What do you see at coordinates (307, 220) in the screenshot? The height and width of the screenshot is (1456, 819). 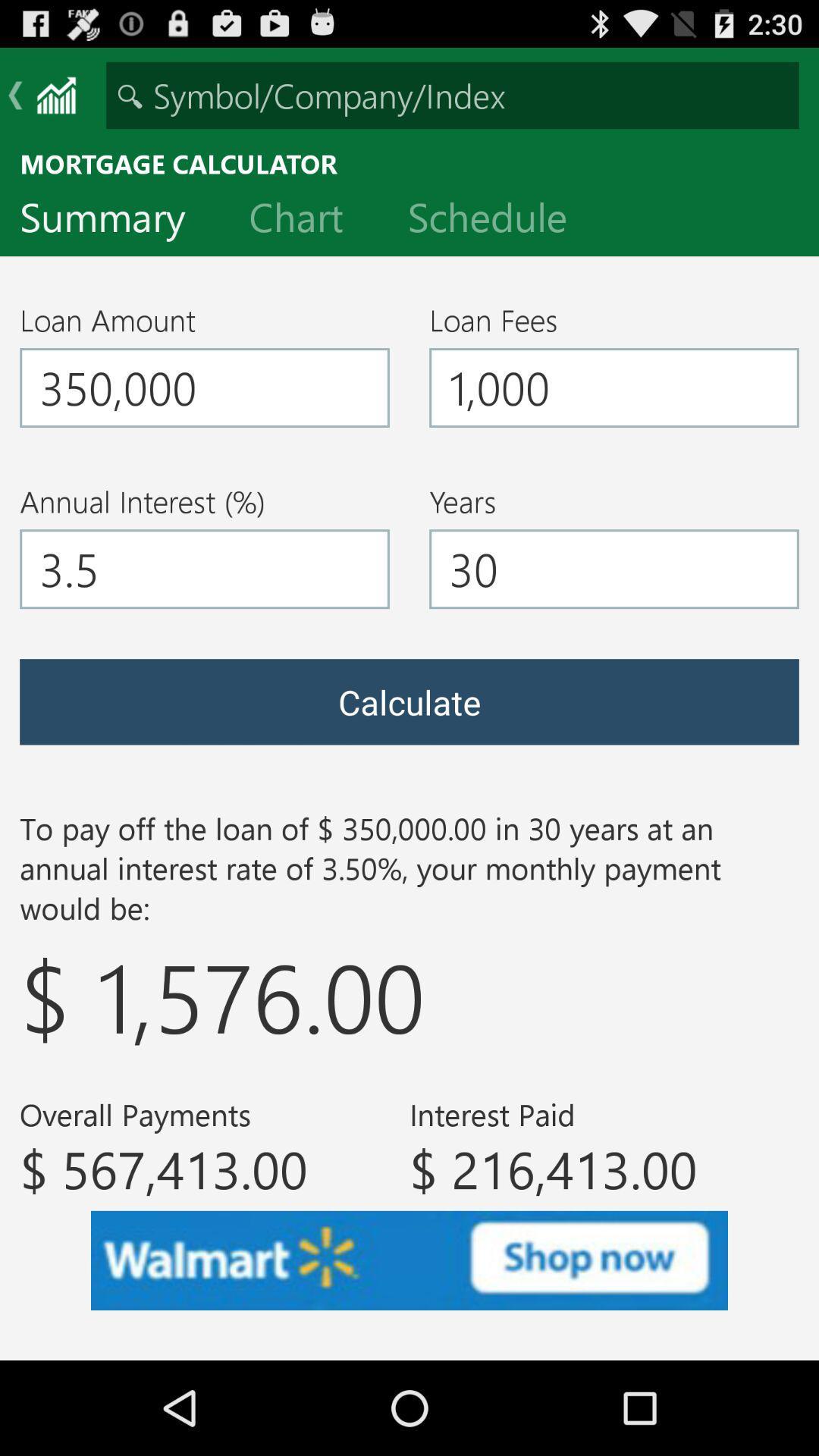 I see `the chart item` at bounding box center [307, 220].